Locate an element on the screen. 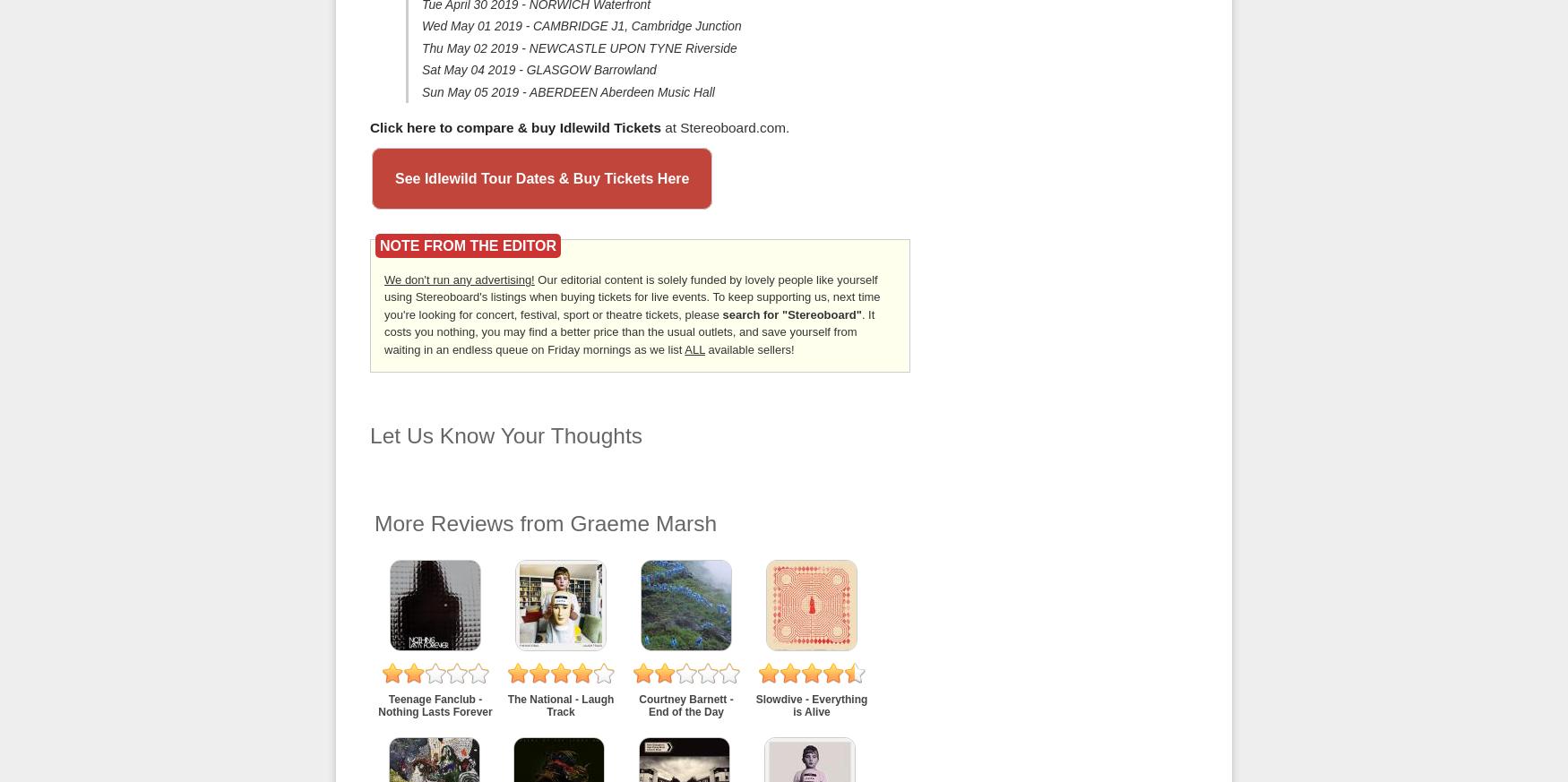 This screenshot has width=1568, height=782. 'Wed May 01 2019 - CAMBRIDGE J1, Cambridge Junction' is located at coordinates (581, 24).